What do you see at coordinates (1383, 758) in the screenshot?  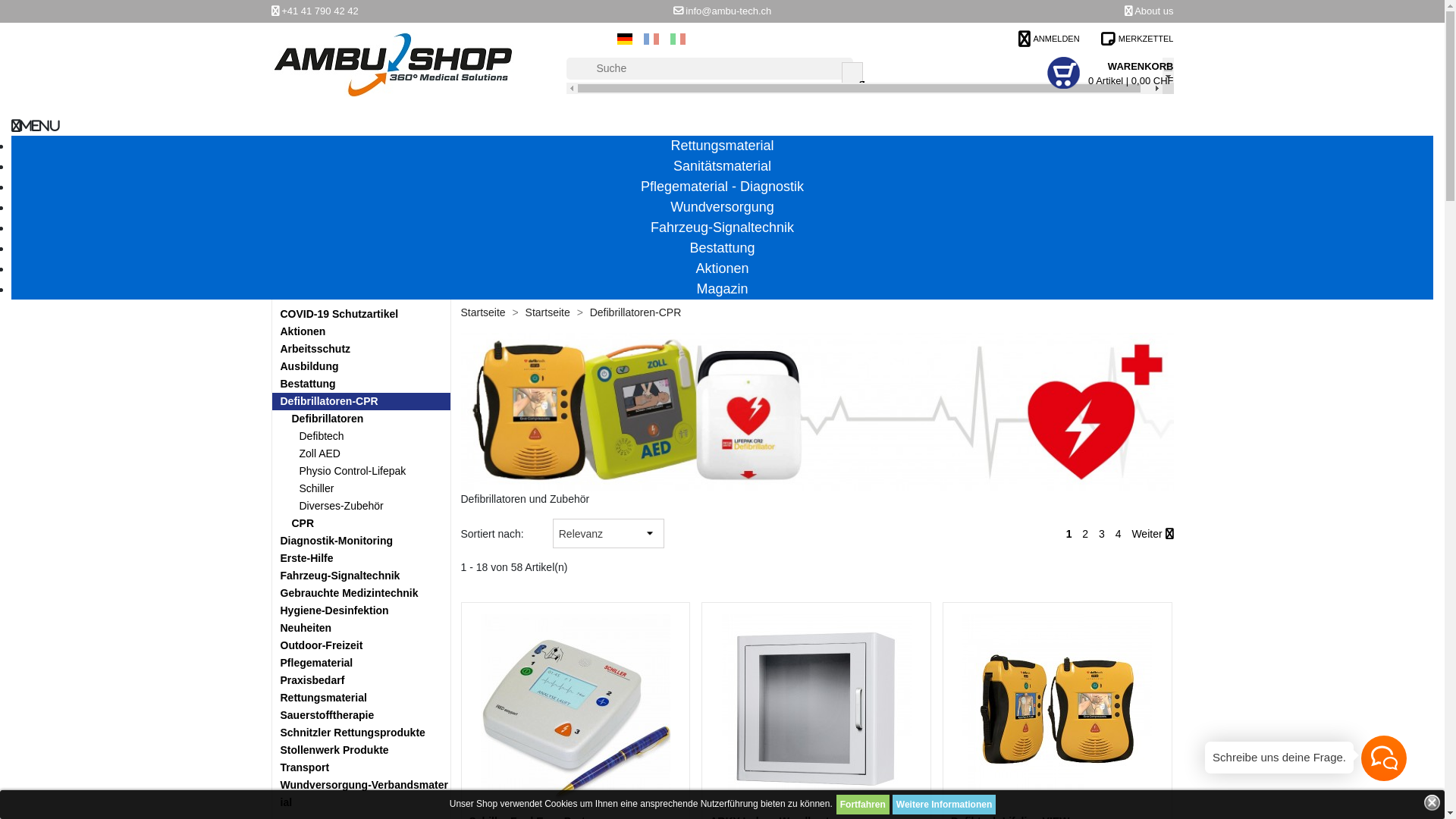 I see `'Hallo!'` at bounding box center [1383, 758].